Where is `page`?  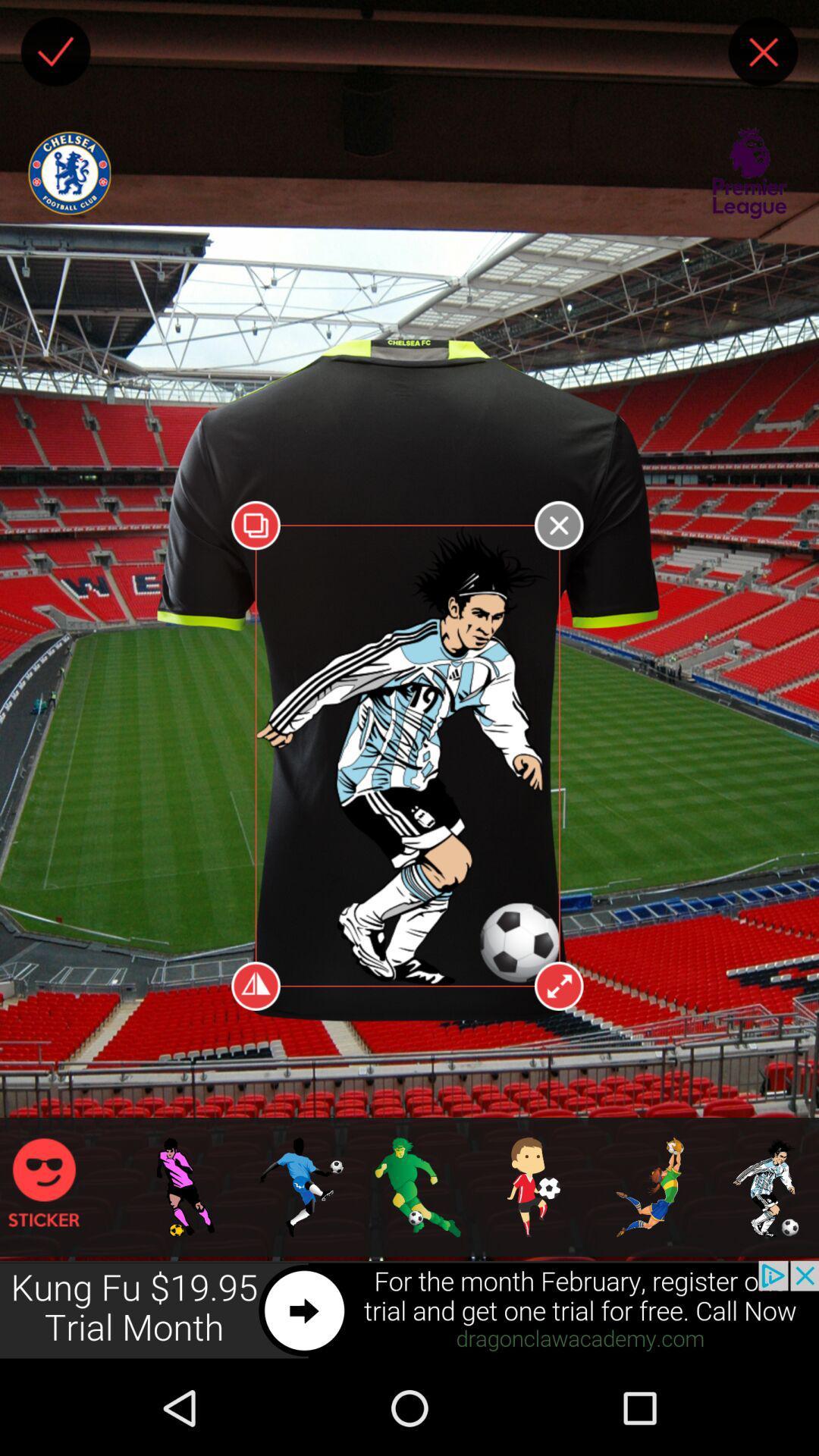
page is located at coordinates (763, 52).